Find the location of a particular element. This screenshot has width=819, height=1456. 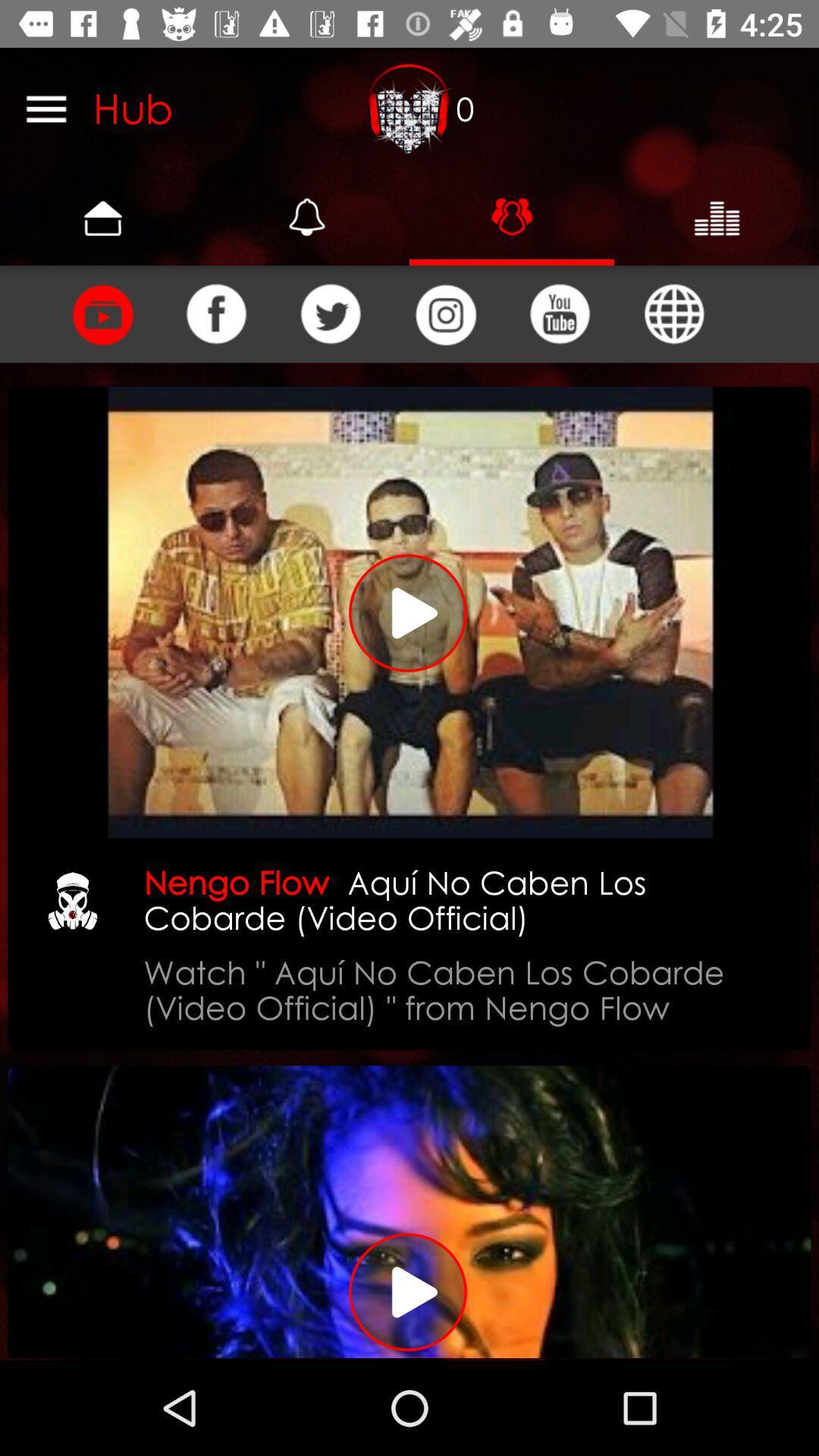

item to the left of the hub icon is located at coordinates (45, 108).